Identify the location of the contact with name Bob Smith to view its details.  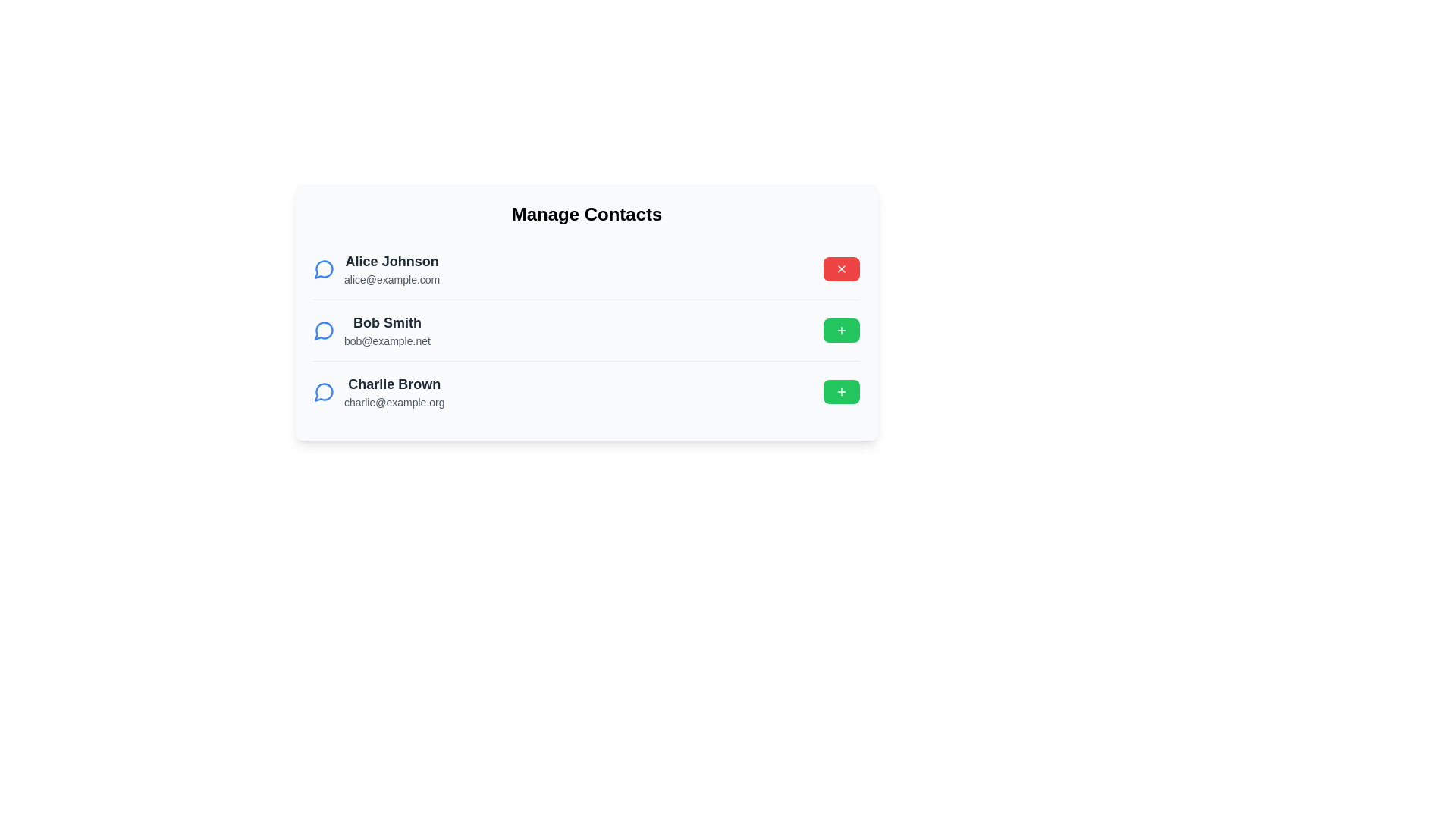
(372, 329).